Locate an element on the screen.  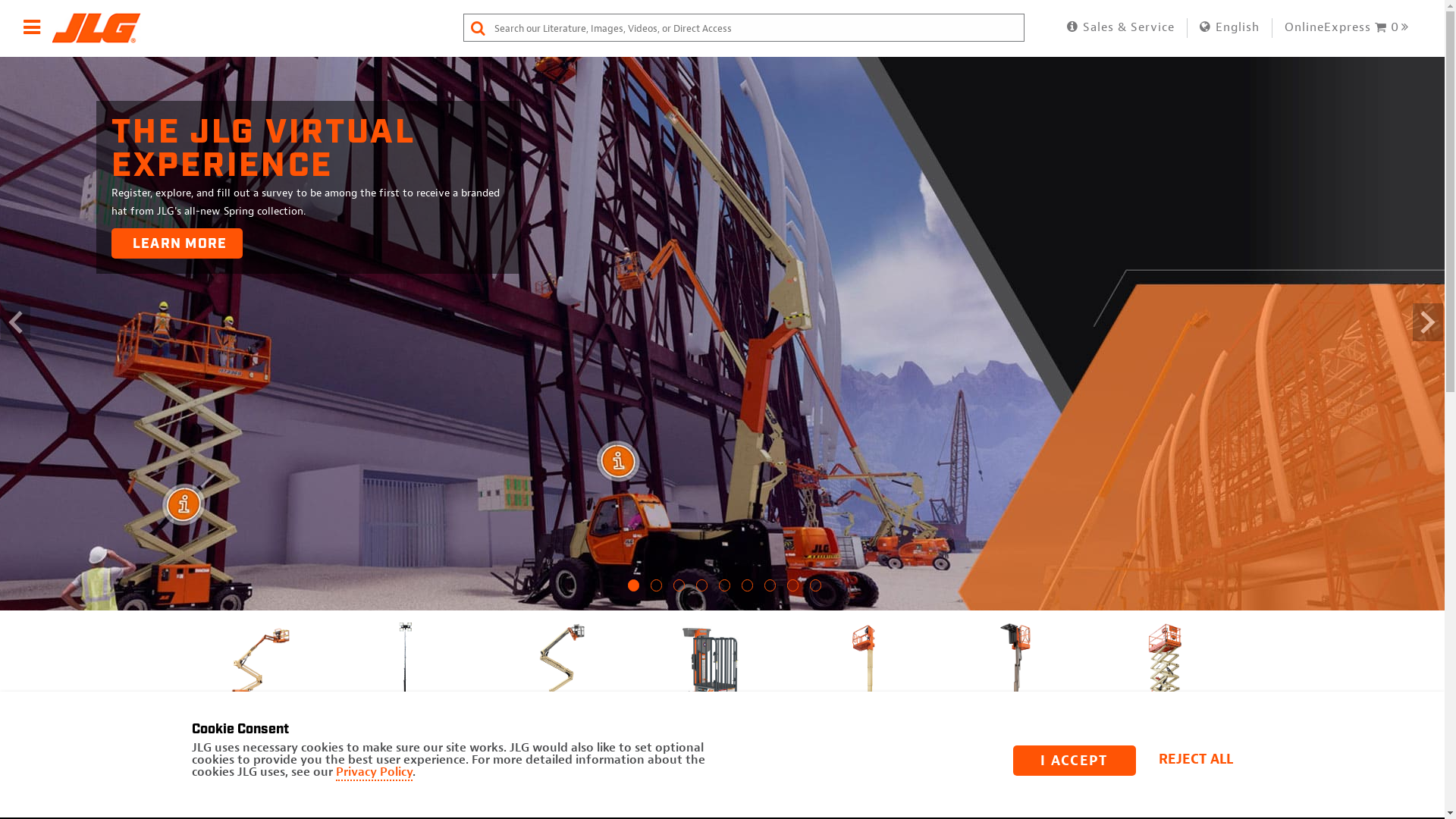
'Vertical Lifts' is located at coordinates (862, 674).